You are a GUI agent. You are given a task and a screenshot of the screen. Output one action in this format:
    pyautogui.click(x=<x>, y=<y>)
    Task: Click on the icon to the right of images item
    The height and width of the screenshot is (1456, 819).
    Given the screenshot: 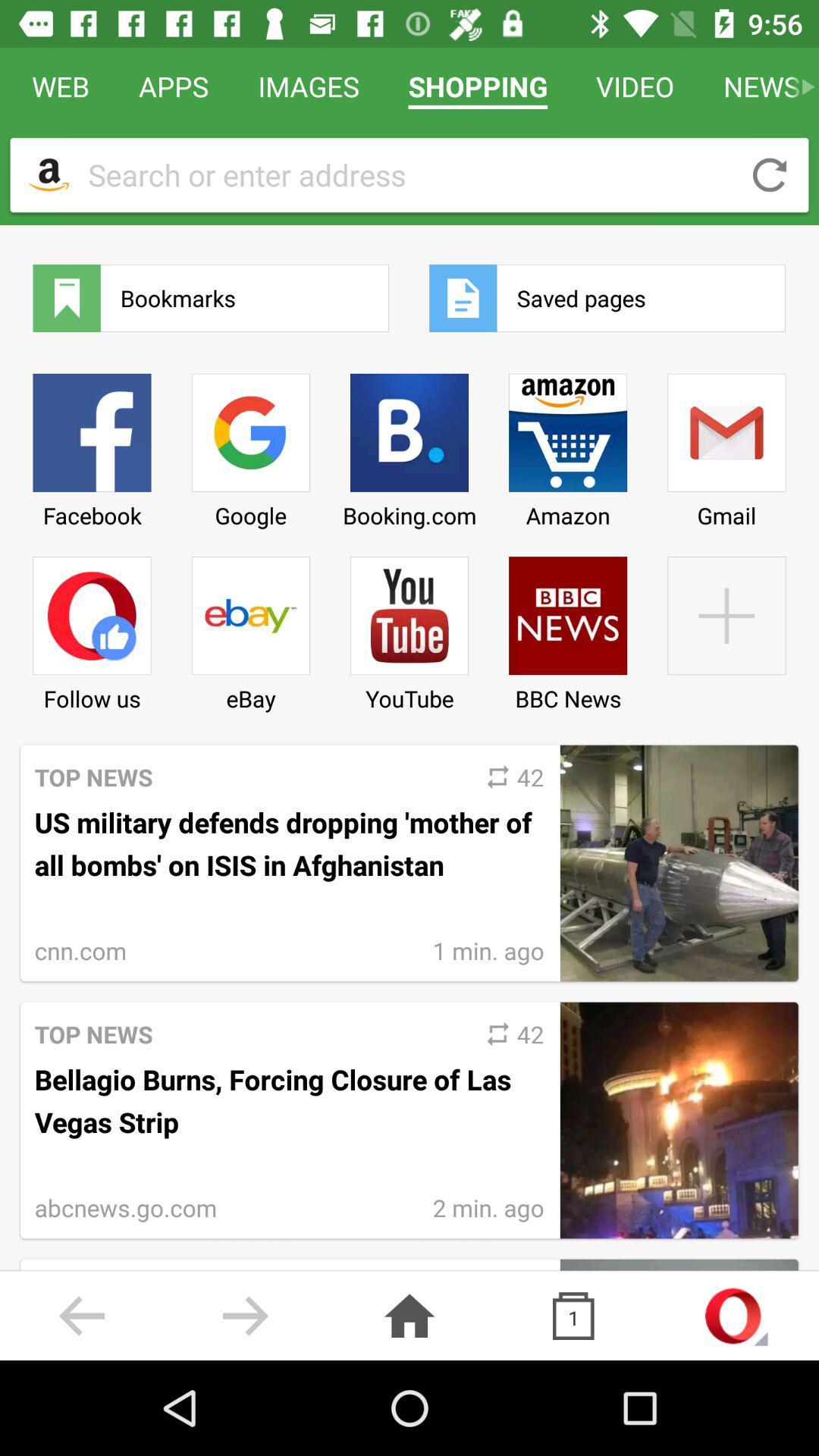 What is the action you would take?
    pyautogui.click(x=478, y=86)
    